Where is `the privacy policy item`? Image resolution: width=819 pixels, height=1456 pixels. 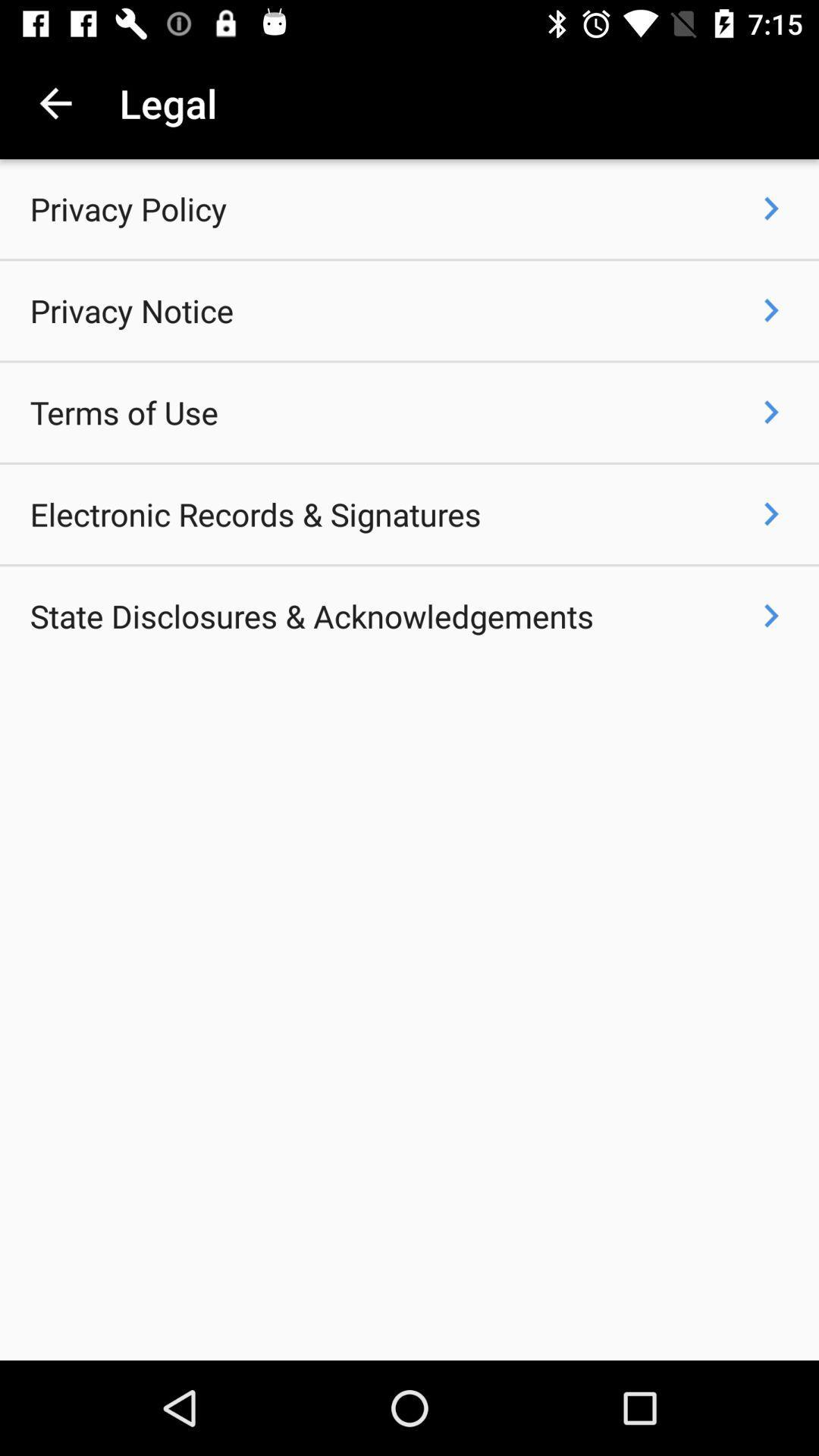
the privacy policy item is located at coordinates (127, 208).